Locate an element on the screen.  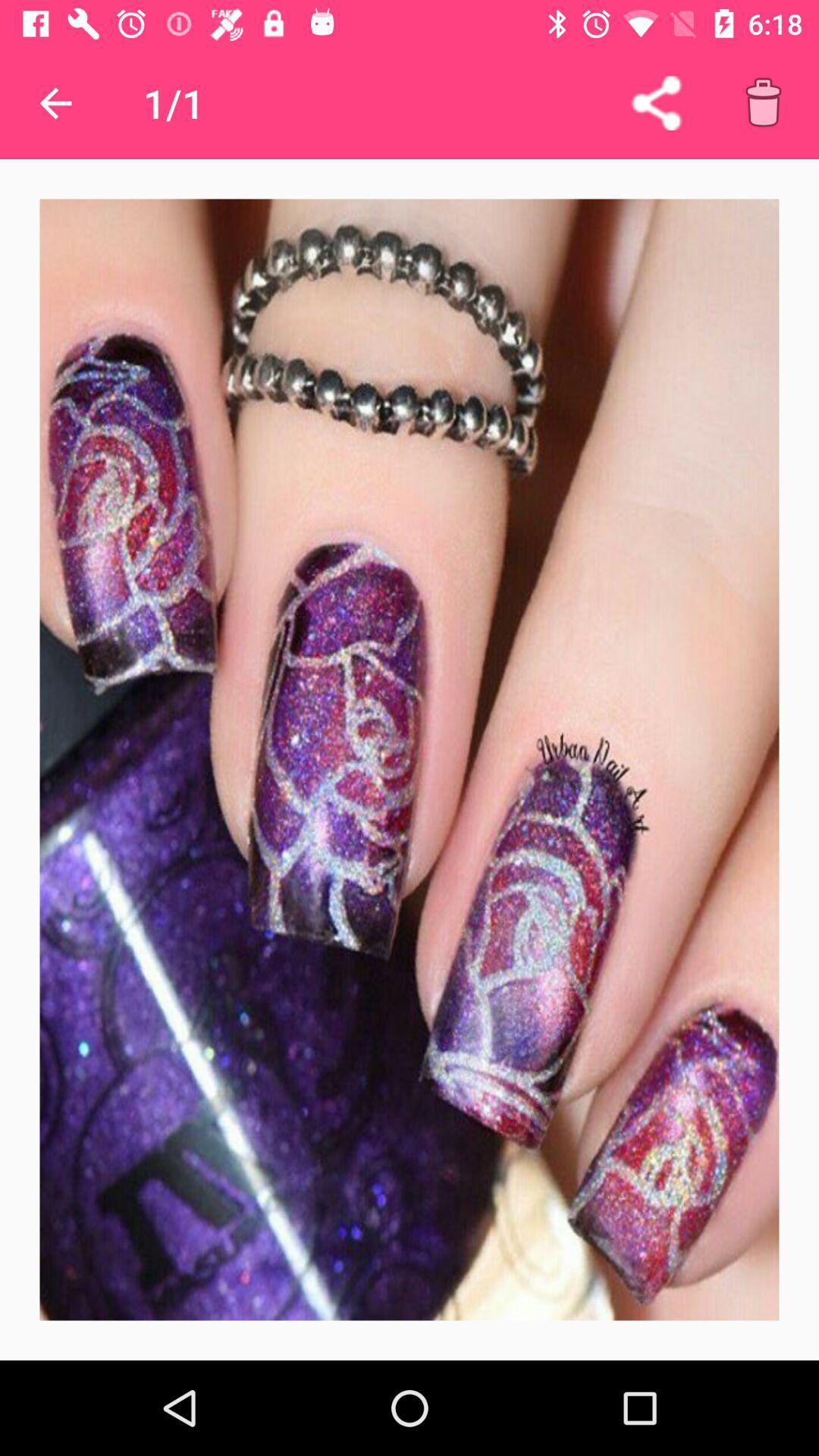
share entry is located at coordinates (655, 102).